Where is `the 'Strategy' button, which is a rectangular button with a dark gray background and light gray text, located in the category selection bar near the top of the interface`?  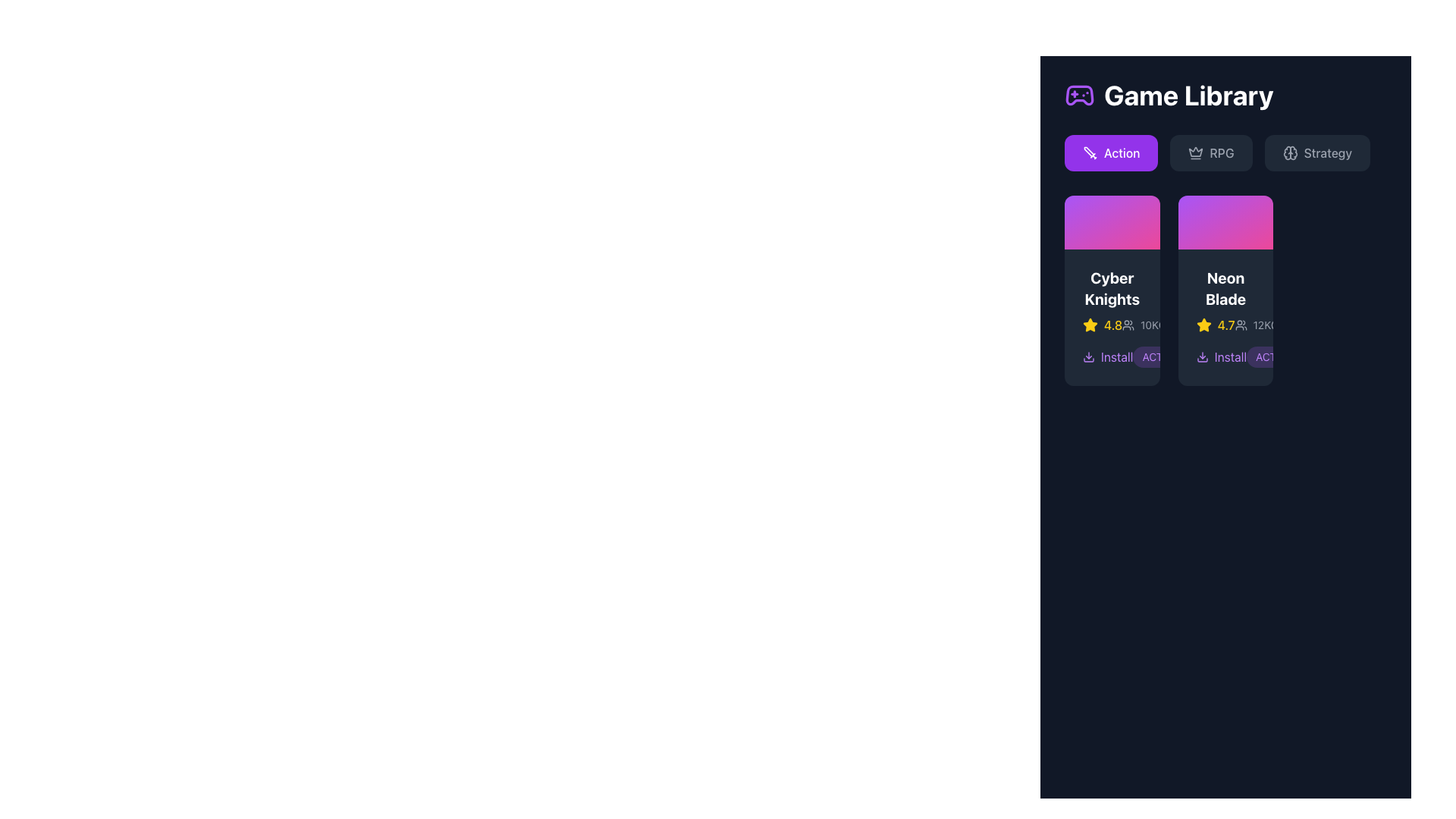 the 'Strategy' button, which is a rectangular button with a dark gray background and light gray text, located in the category selection bar near the top of the interface is located at coordinates (1316, 152).